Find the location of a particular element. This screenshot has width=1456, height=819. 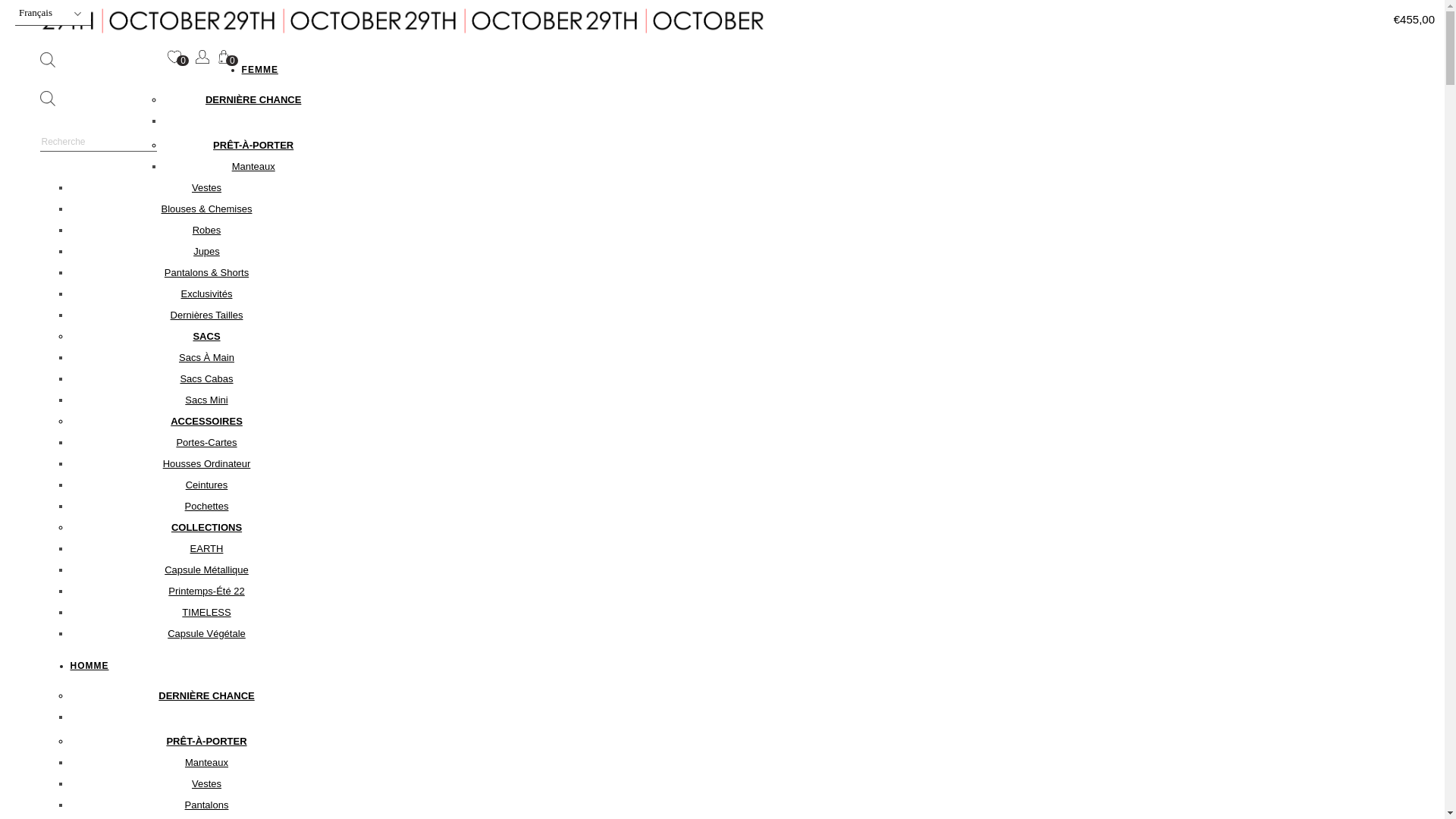

'Sacs Mini' is located at coordinates (206, 399).